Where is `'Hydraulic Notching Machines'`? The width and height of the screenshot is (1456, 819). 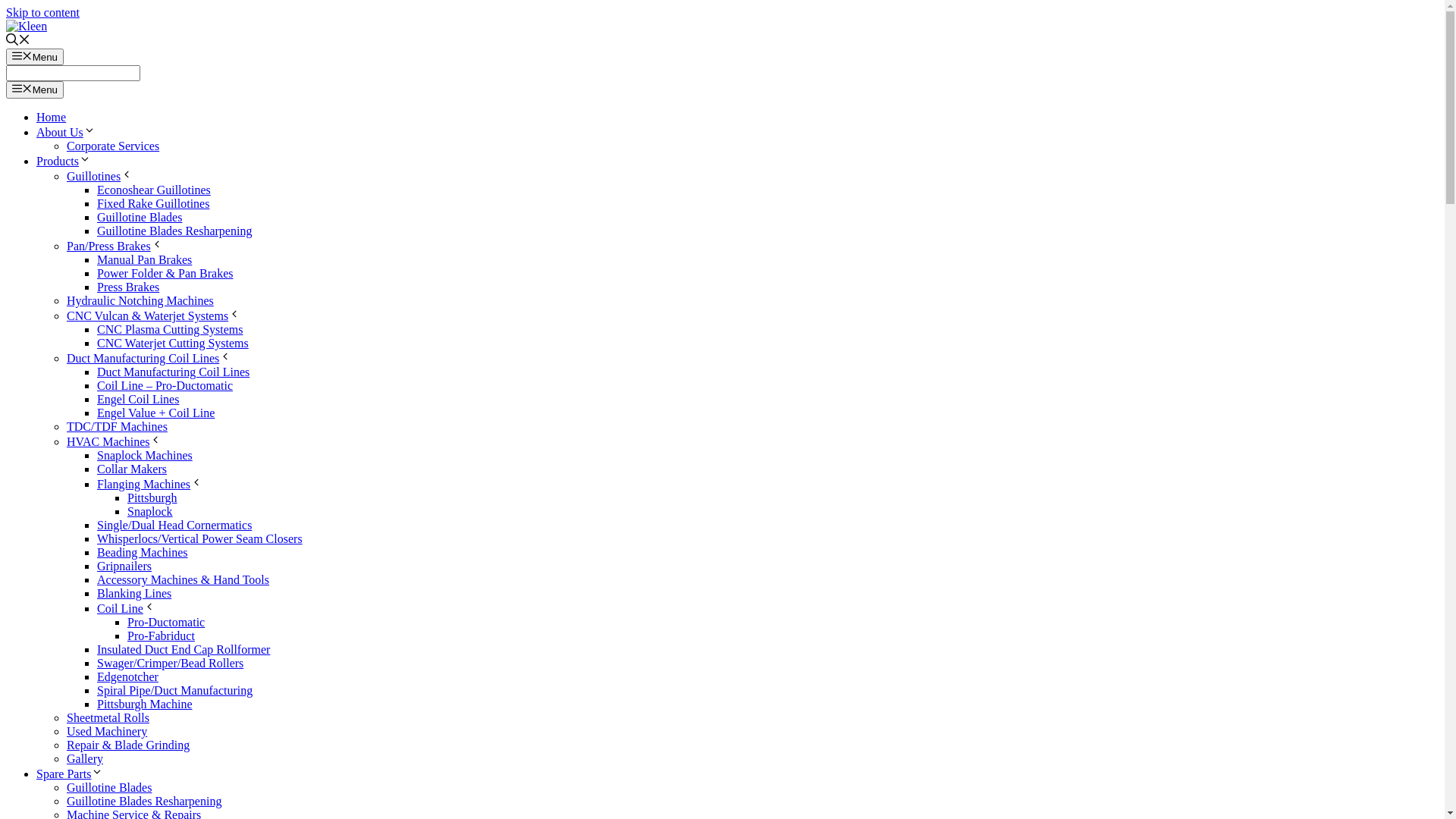 'Hydraulic Notching Machines' is located at coordinates (140, 300).